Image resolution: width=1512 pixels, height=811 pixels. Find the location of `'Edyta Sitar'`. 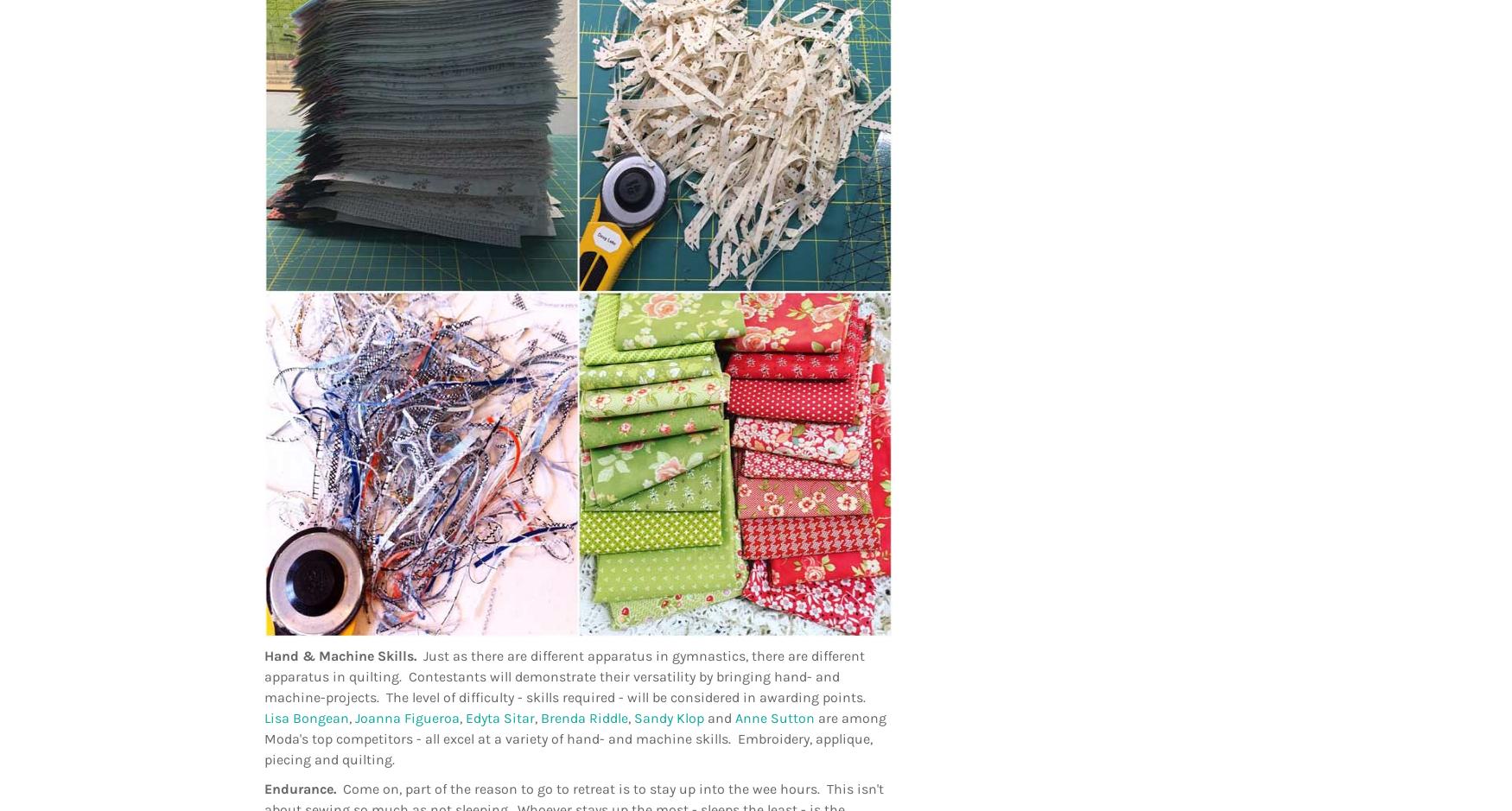

'Edyta Sitar' is located at coordinates (500, 718).